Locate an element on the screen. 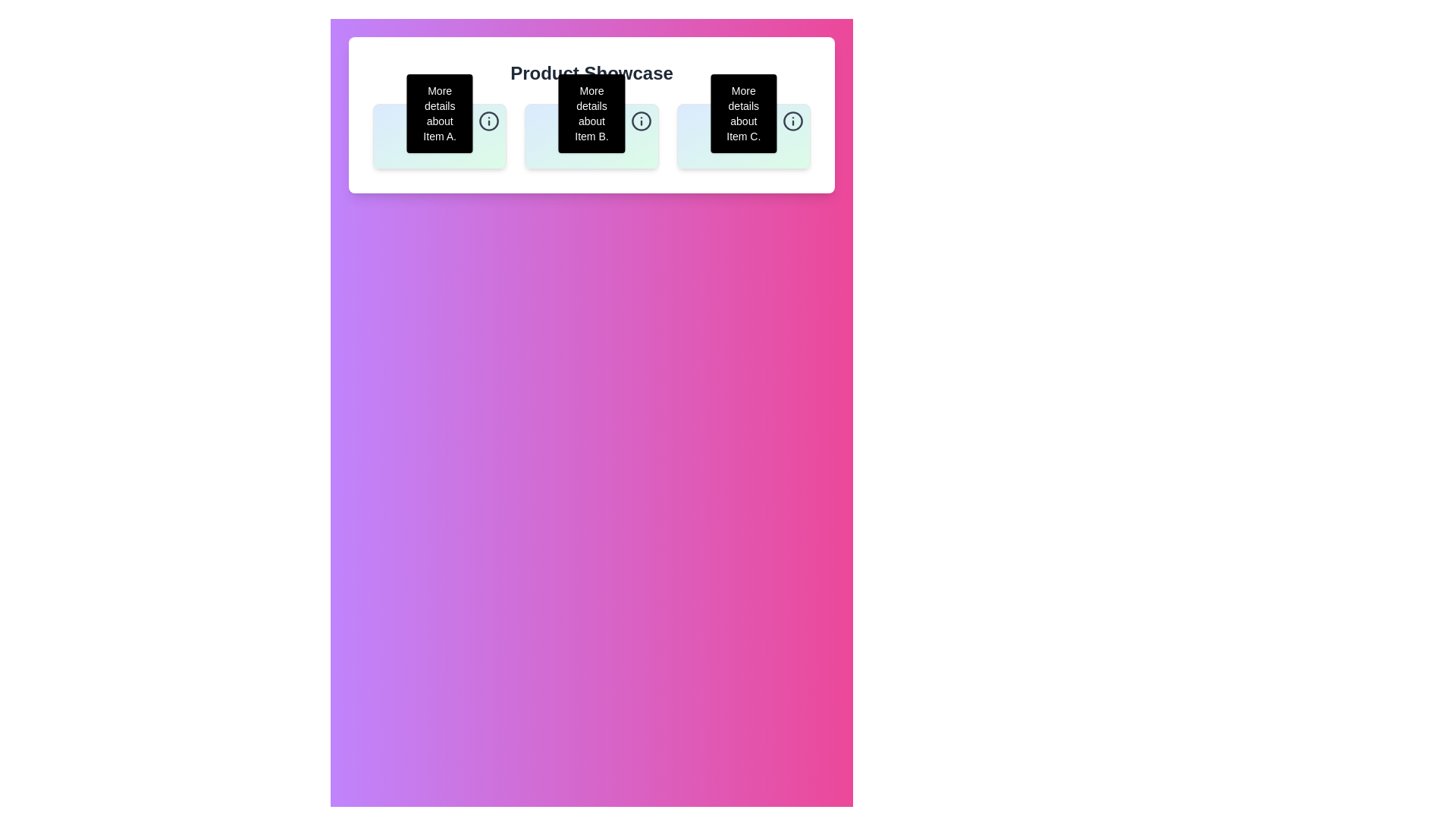 The image size is (1456, 819). the tooltip displaying 'More details about Item B', which has a black background and white text, positioned above the item labeled 'Item B' is located at coordinates (591, 113).